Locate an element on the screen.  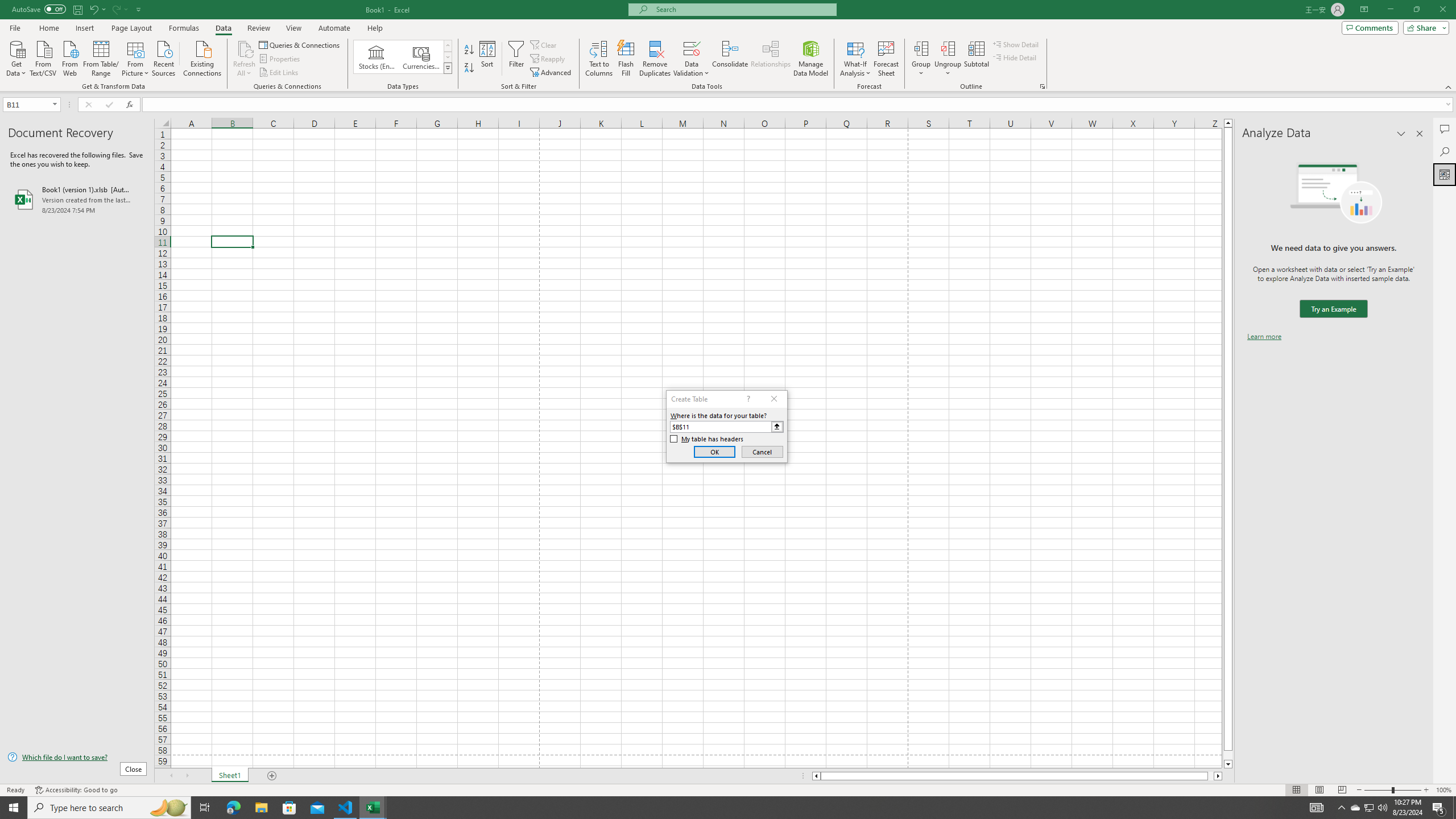
'Collapse the Ribbon' is located at coordinates (1449, 87).